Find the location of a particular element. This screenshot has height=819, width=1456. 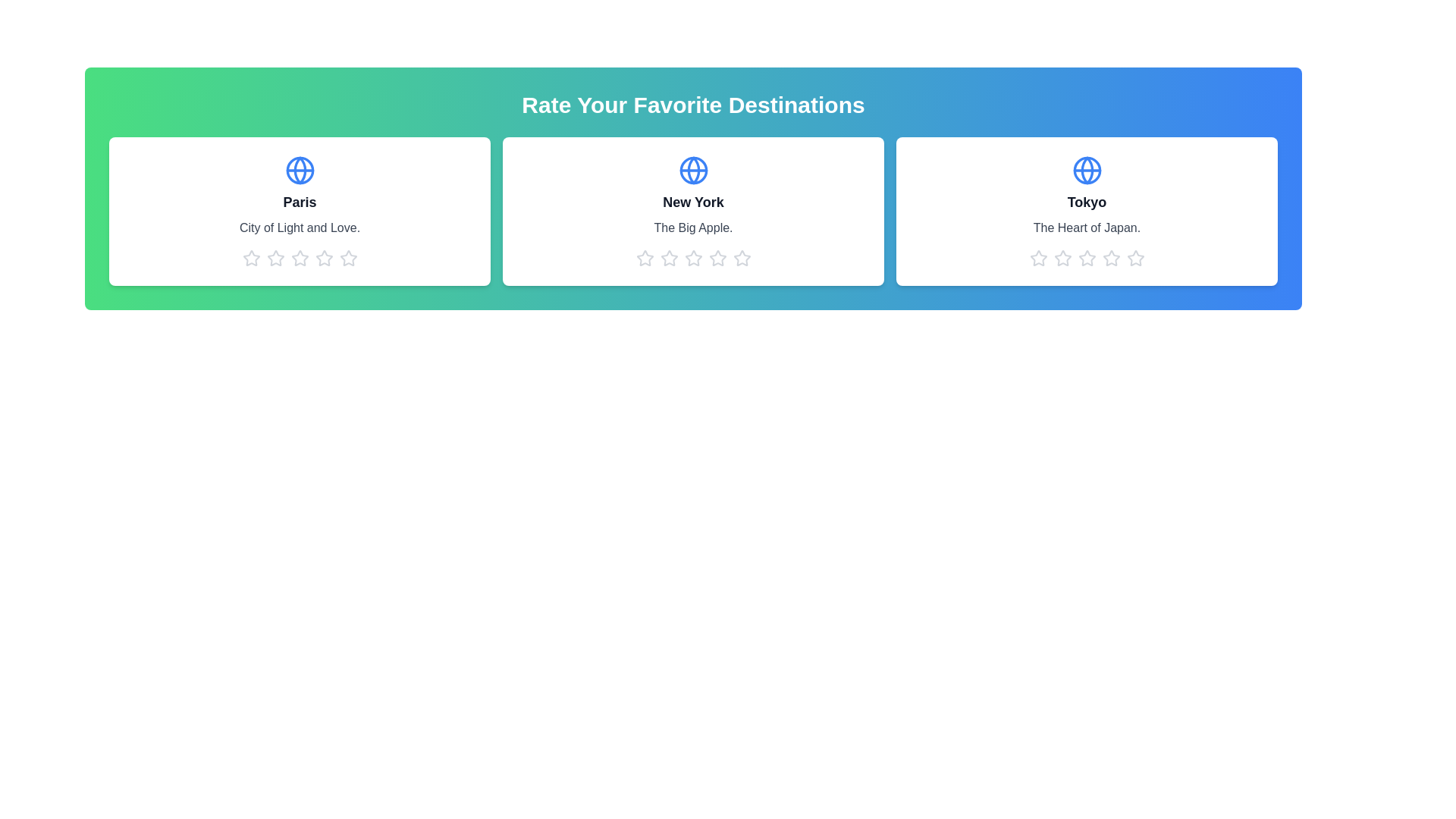

the 2 star icon for the destination Tokyo is located at coordinates (1062, 257).